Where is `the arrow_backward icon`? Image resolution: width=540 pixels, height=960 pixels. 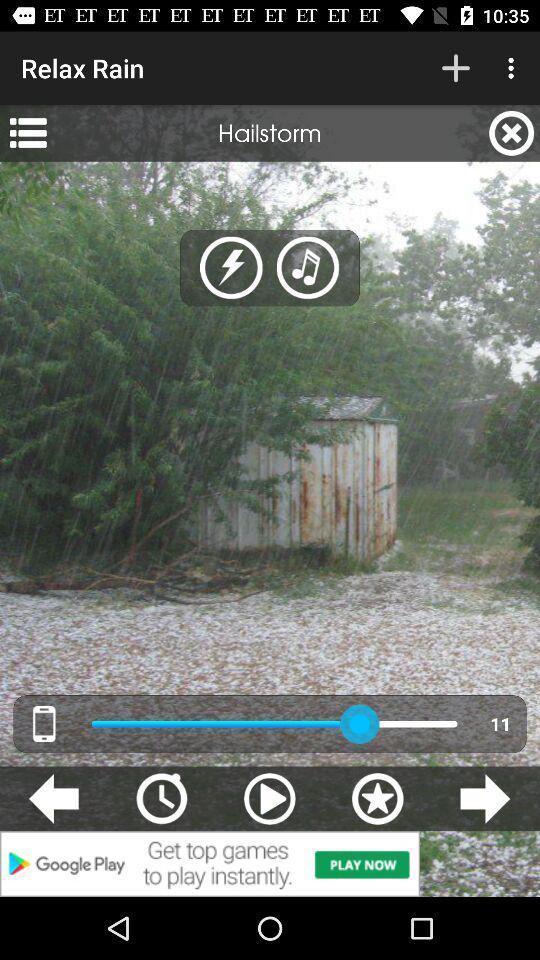 the arrow_backward icon is located at coordinates (53, 798).